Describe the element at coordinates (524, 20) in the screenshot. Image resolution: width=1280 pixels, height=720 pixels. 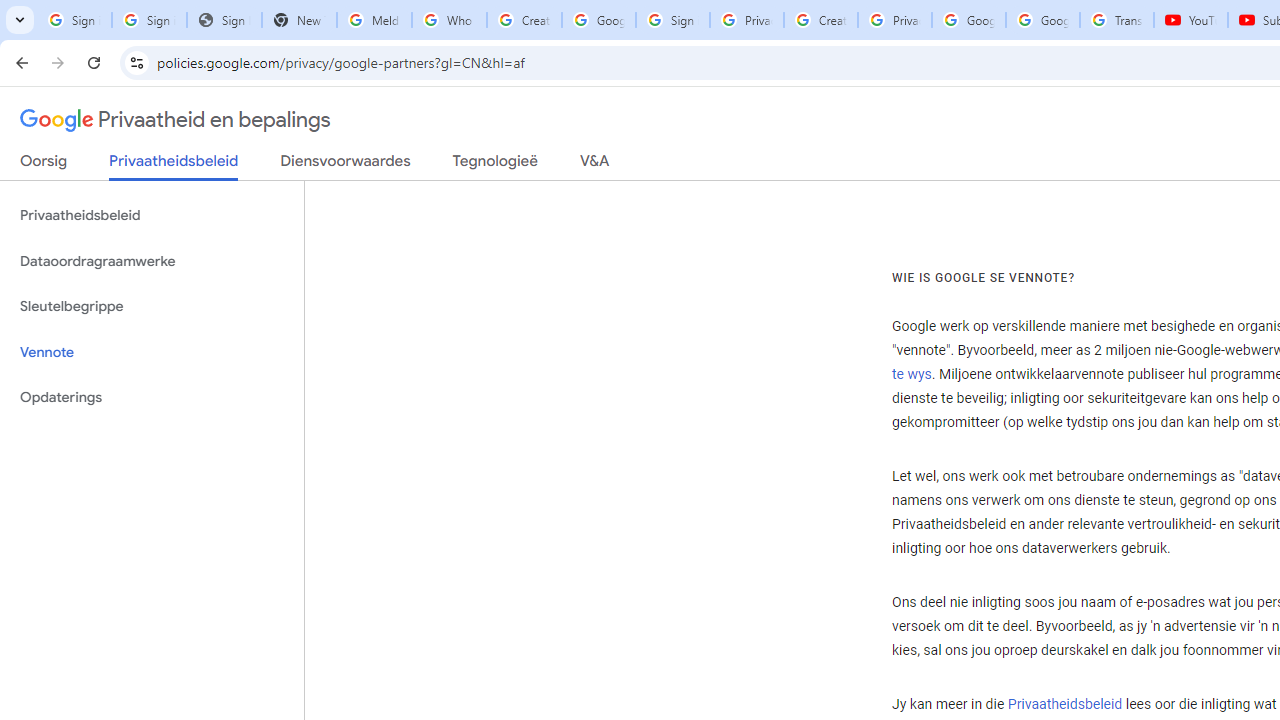
I see `'Create your Google Account'` at that location.